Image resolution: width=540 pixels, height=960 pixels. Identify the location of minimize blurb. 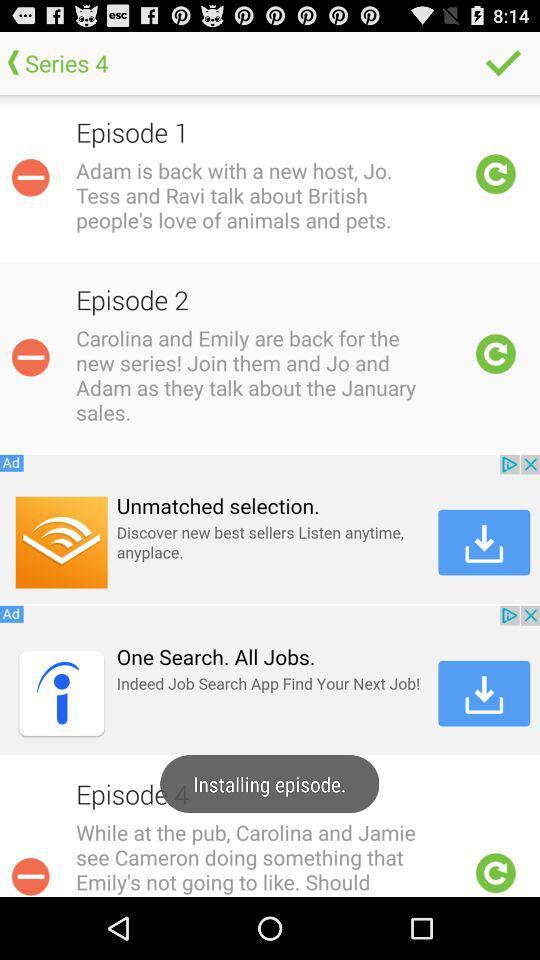
(29, 357).